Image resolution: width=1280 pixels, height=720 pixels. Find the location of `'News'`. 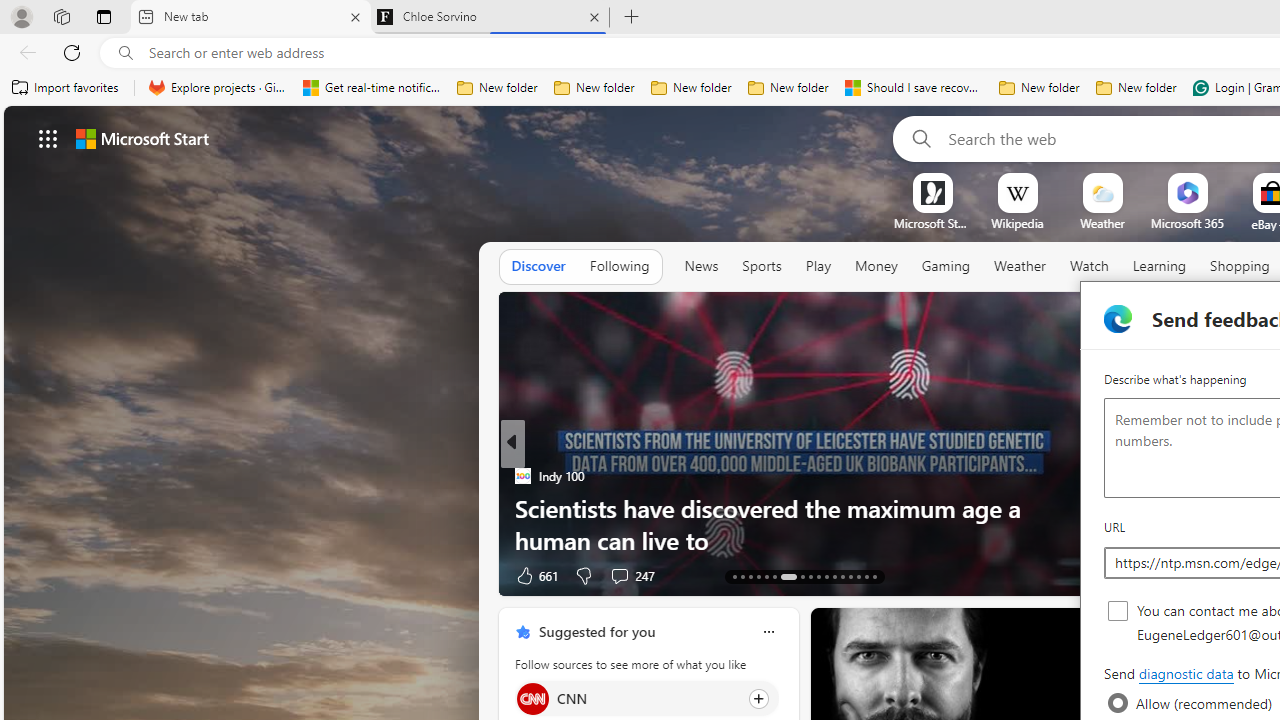

'News' is located at coordinates (701, 265).